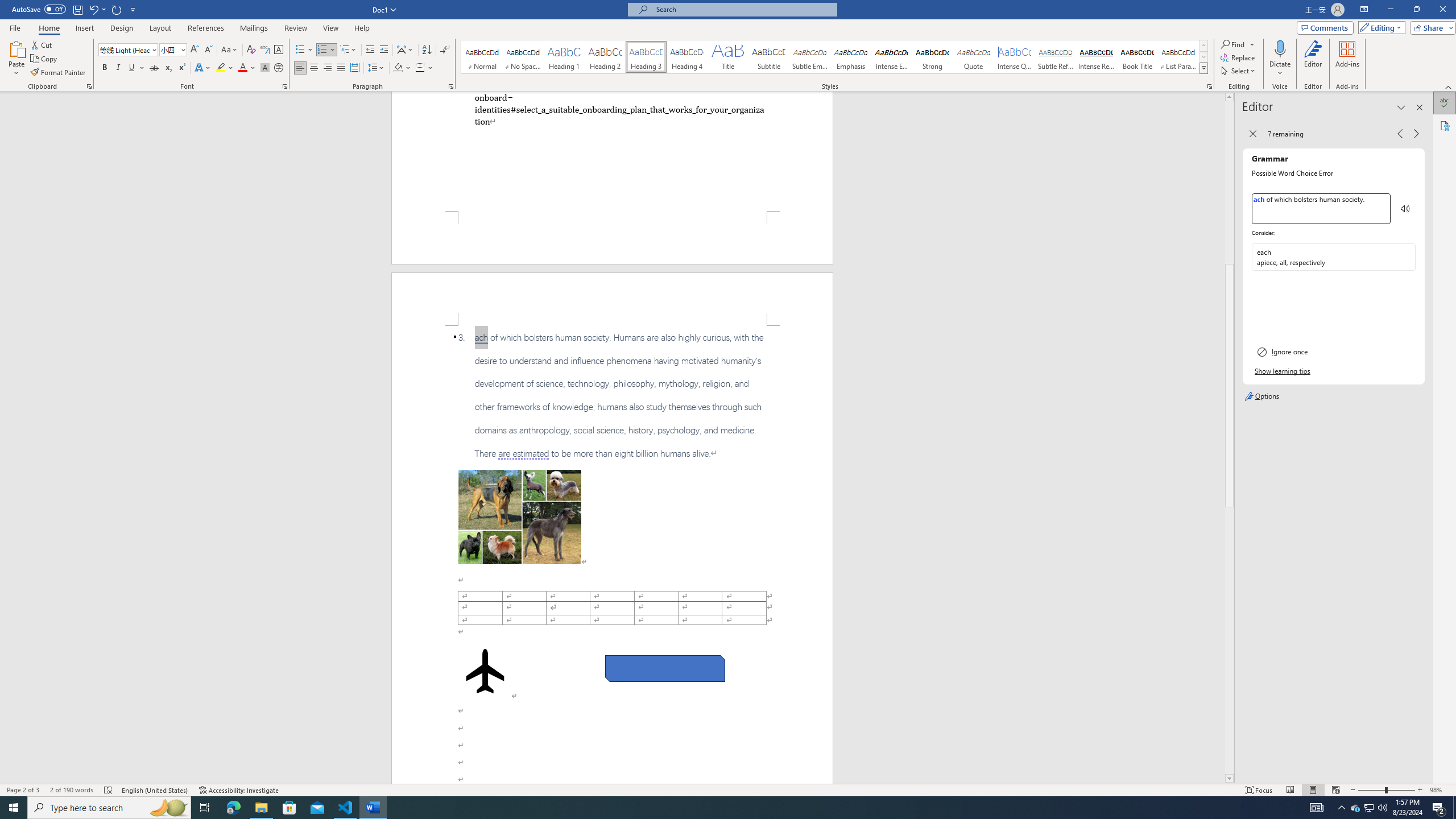 Image resolution: width=1456 pixels, height=819 pixels. I want to click on 'Increase Indent', so click(383, 49).